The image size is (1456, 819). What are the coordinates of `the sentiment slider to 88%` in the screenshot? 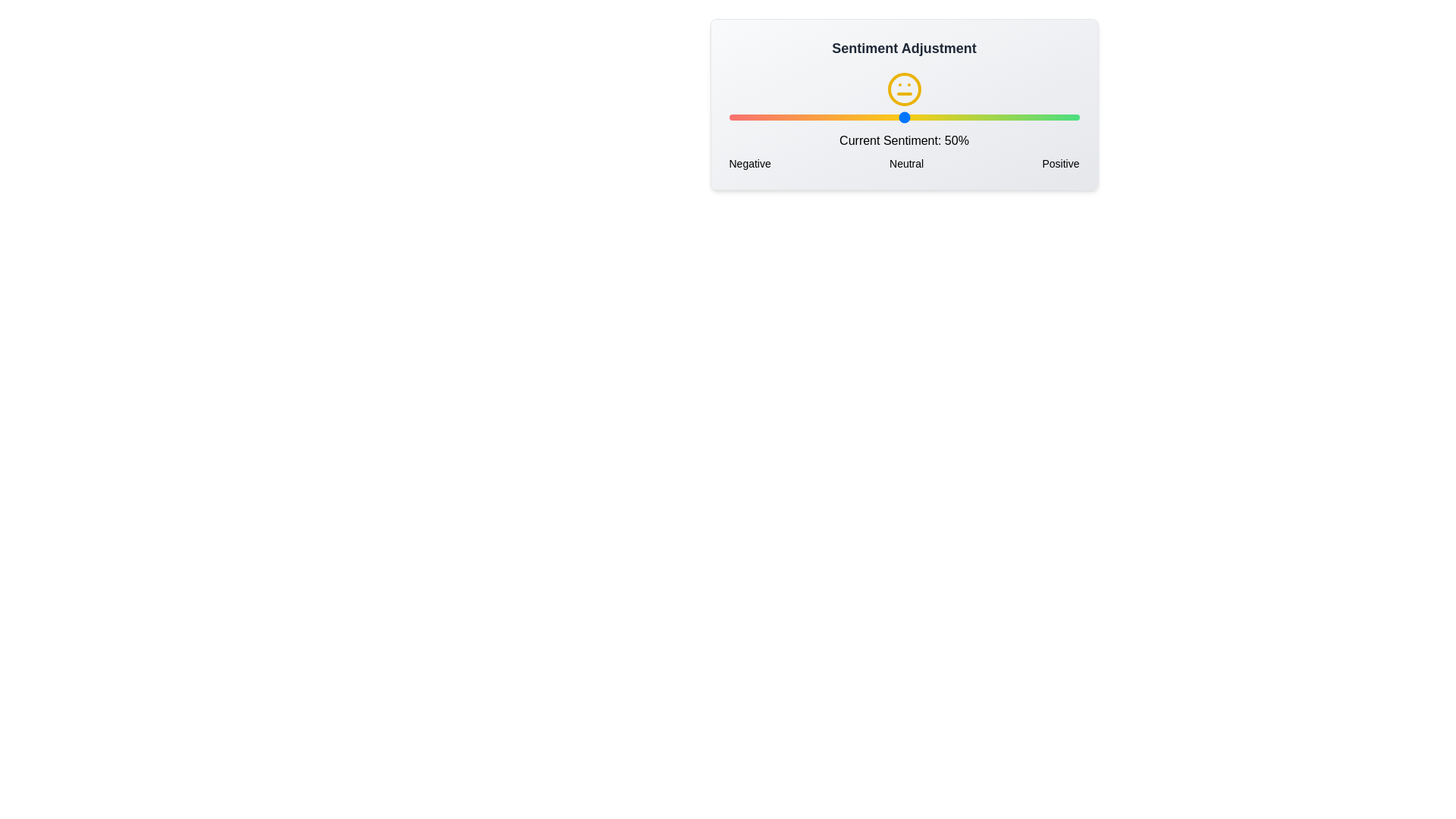 It's located at (1037, 116).